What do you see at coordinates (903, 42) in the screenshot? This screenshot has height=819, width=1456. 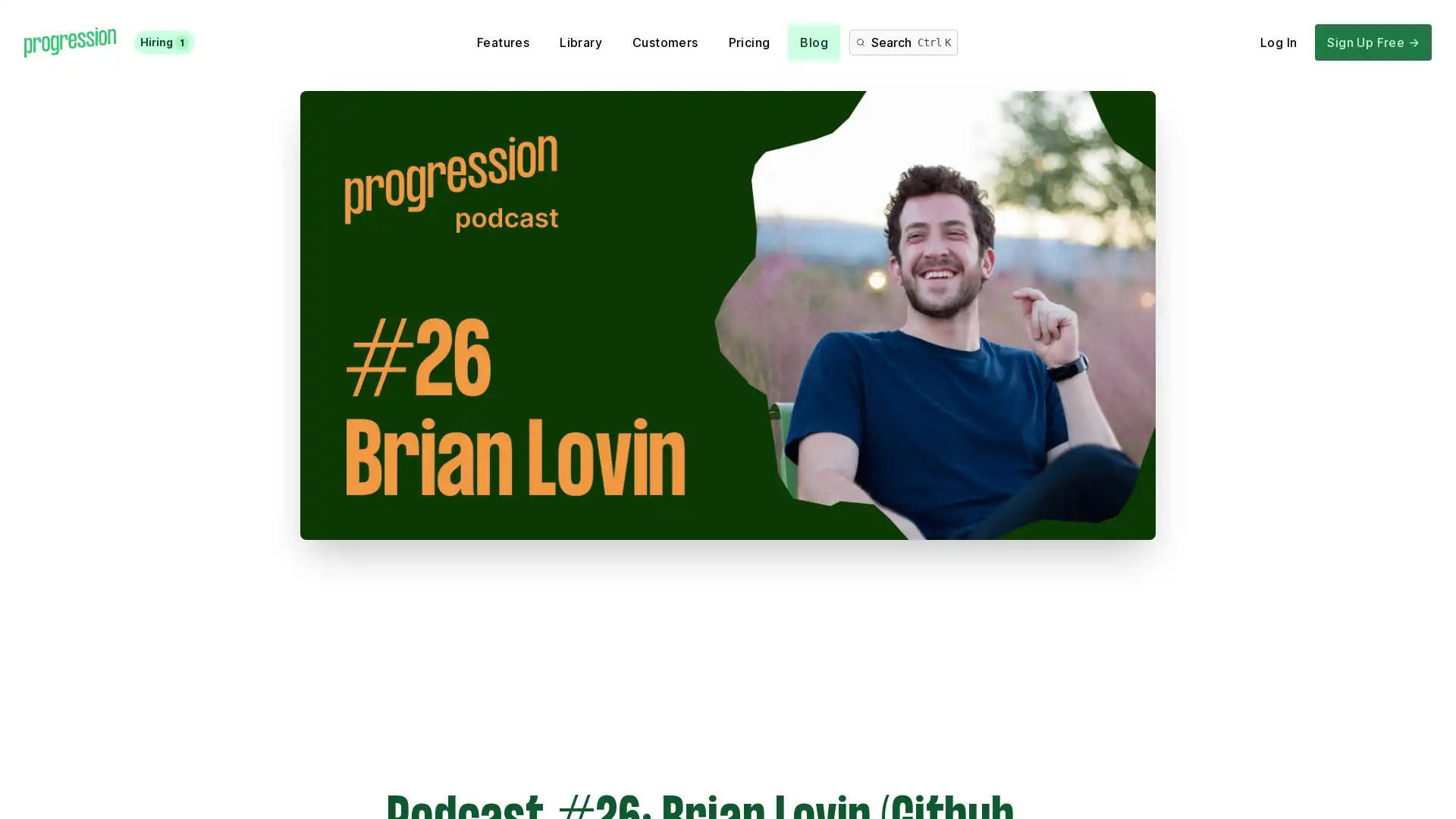 I see `Search Ctrl K` at bounding box center [903, 42].